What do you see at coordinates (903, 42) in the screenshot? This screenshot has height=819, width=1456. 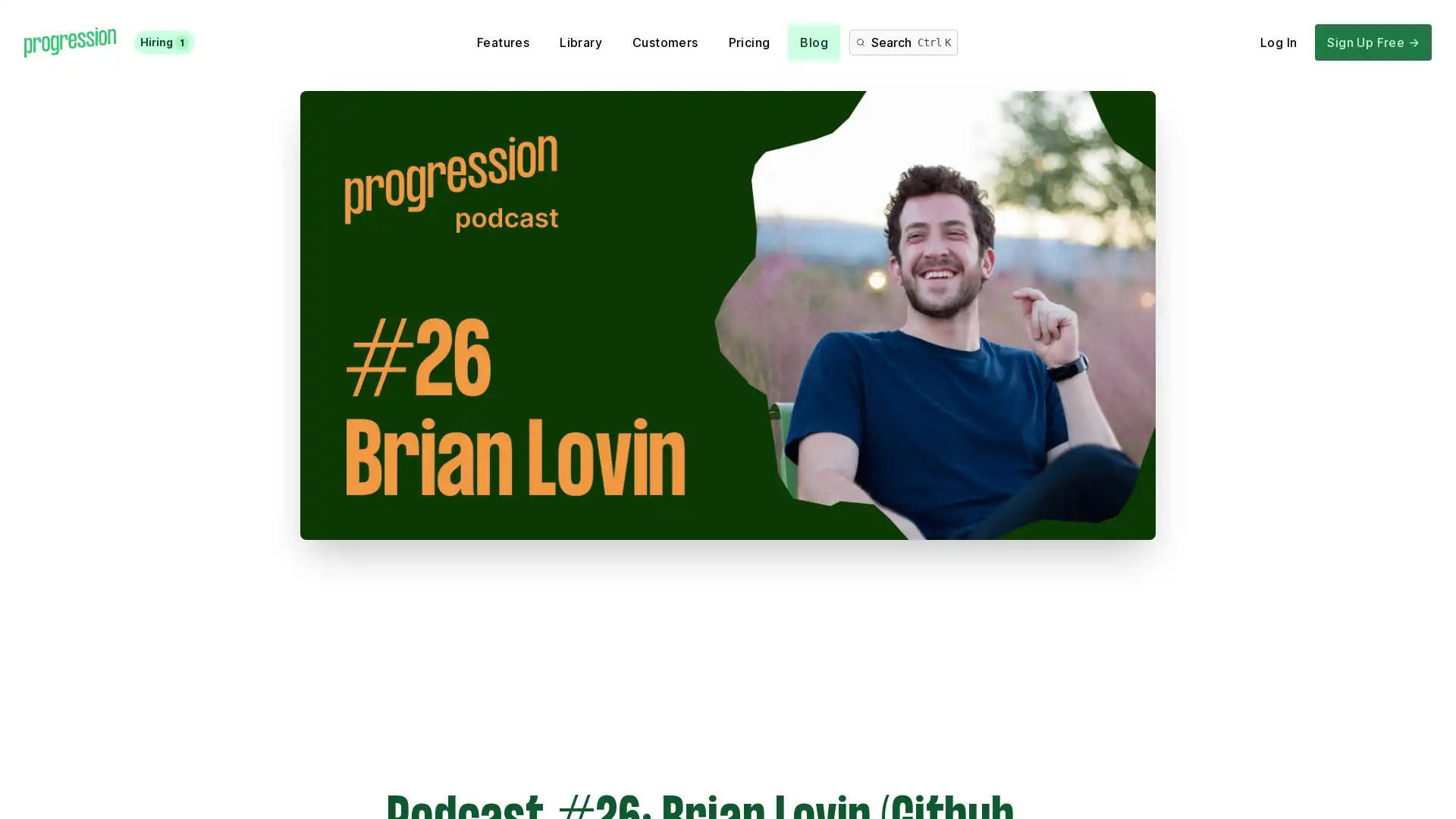 I see `Search Ctrl K` at bounding box center [903, 42].